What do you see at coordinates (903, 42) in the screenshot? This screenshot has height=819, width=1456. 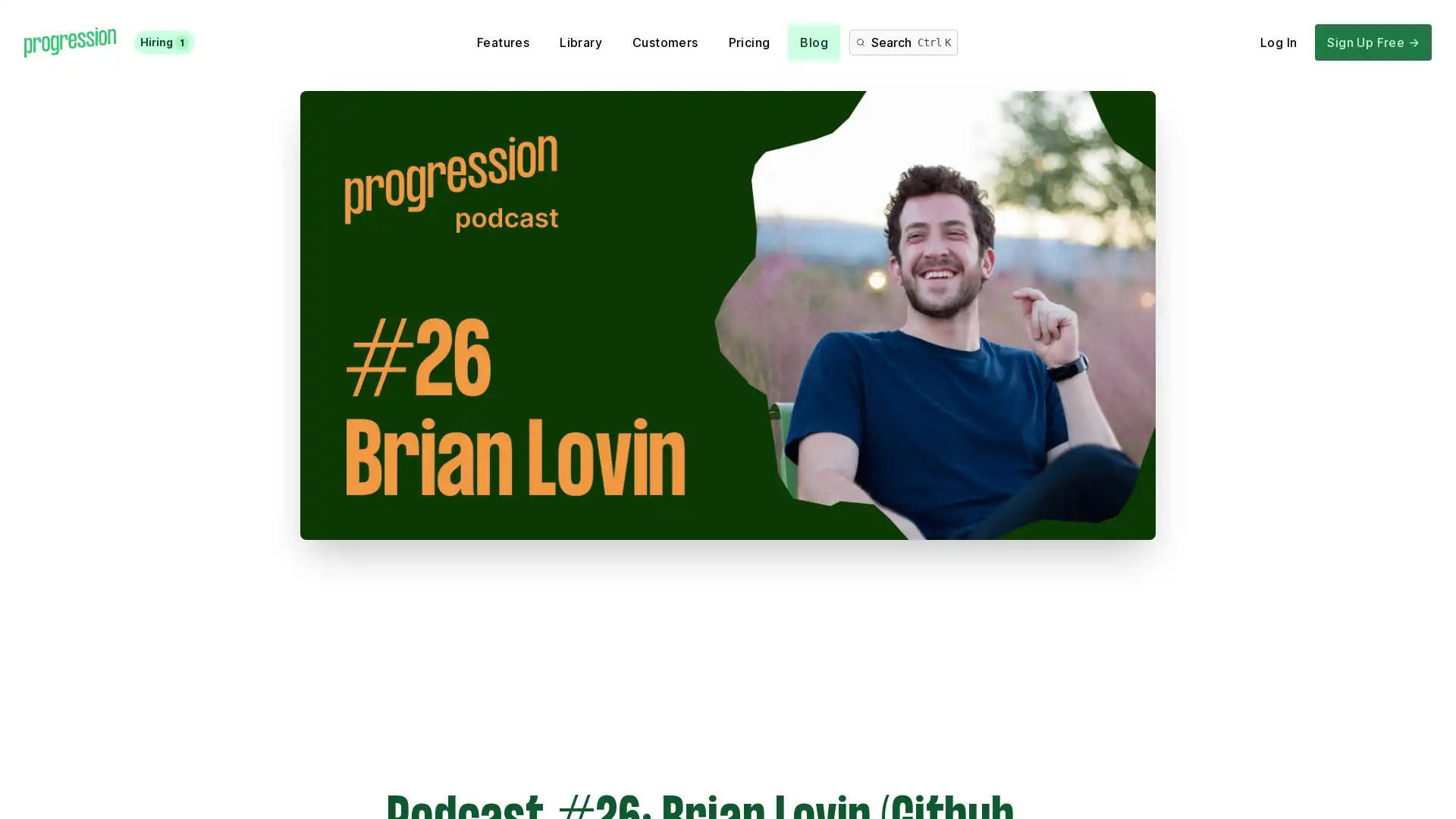 I see `Search Ctrl K` at bounding box center [903, 42].